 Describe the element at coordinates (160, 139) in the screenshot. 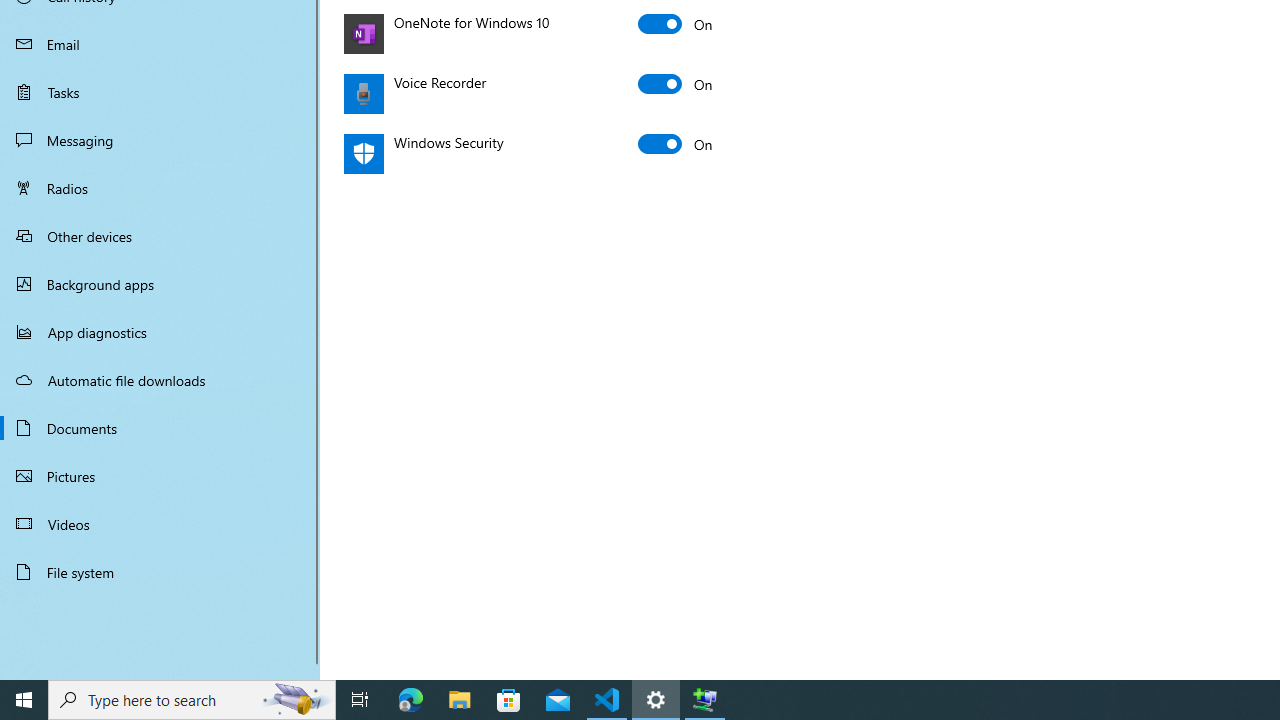

I see `'Messaging'` at that location.